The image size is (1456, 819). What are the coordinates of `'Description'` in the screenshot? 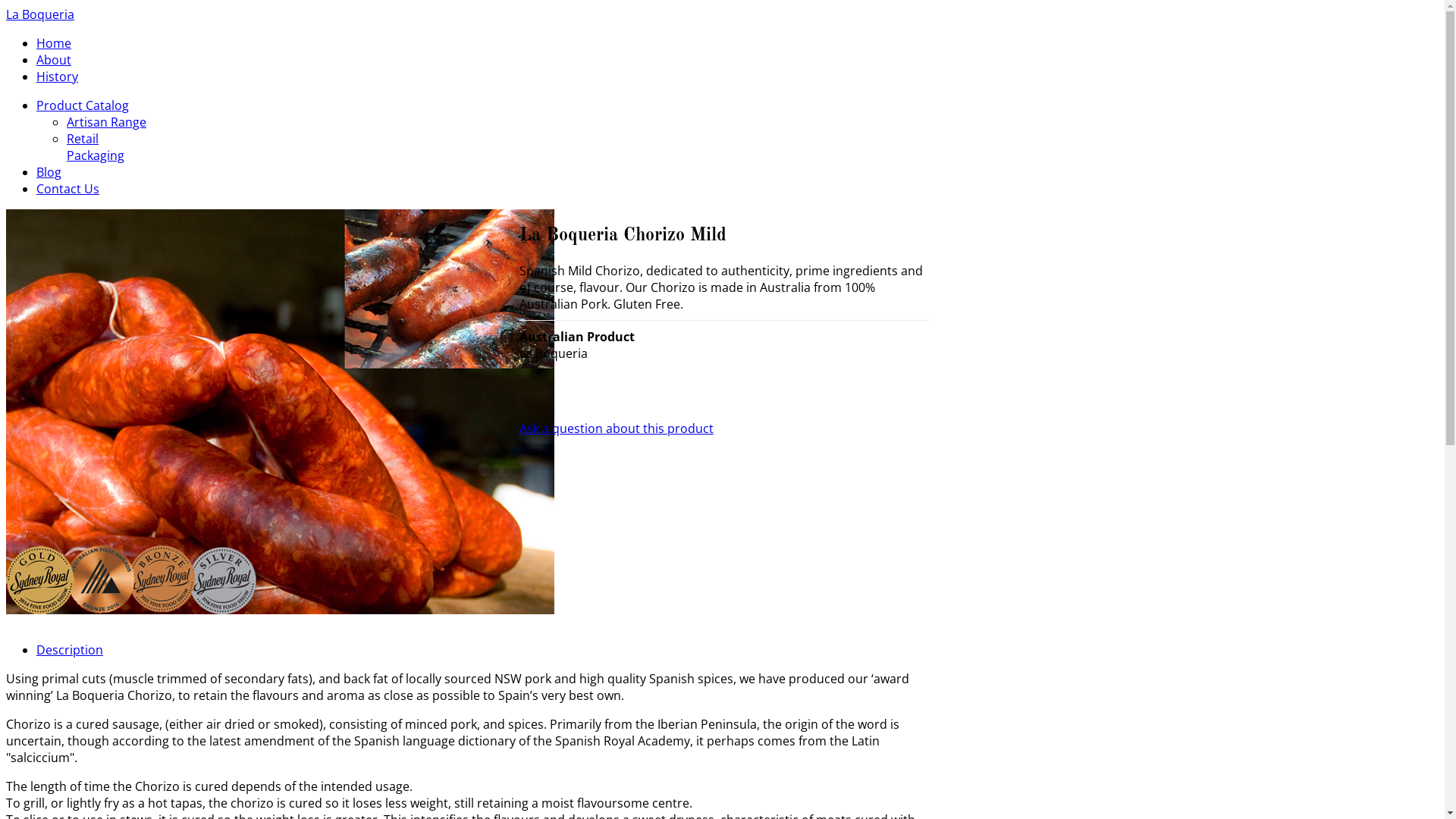 It's located at (68, 648).